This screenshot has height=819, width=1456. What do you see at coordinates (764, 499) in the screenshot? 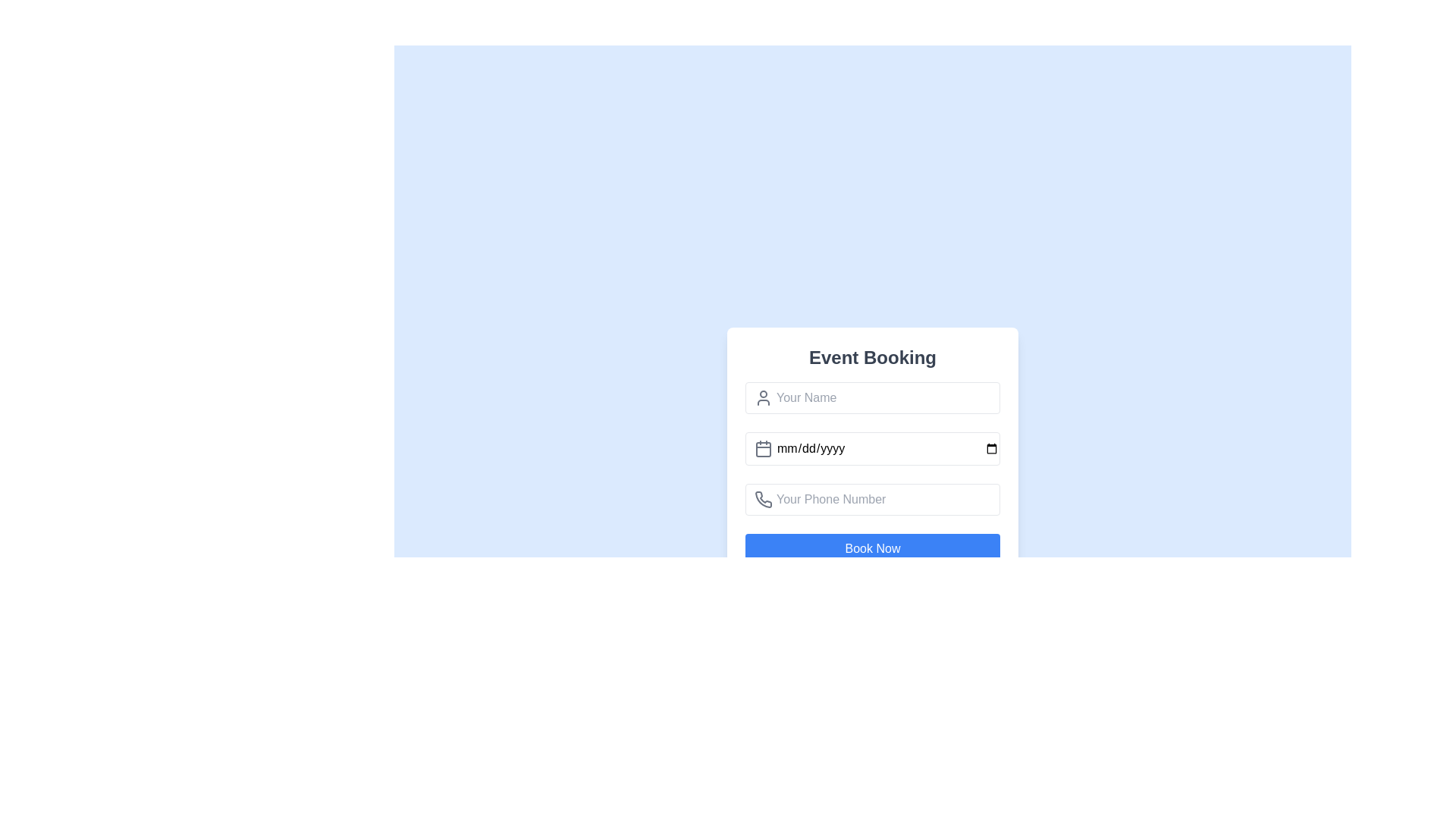
I see `the phone number icon located to the left of the phone number input field, which visually indicates that the field is for entering phone numbers` at bounding box center [764, 499].